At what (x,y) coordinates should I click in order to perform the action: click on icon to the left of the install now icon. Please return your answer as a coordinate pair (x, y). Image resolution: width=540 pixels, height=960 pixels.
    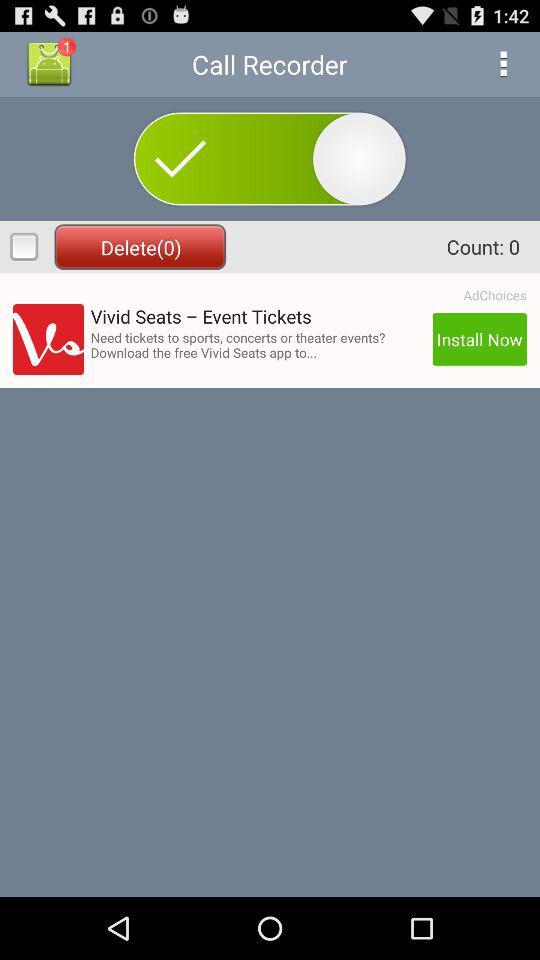
    Looking at the image, I should click on (258, 345).